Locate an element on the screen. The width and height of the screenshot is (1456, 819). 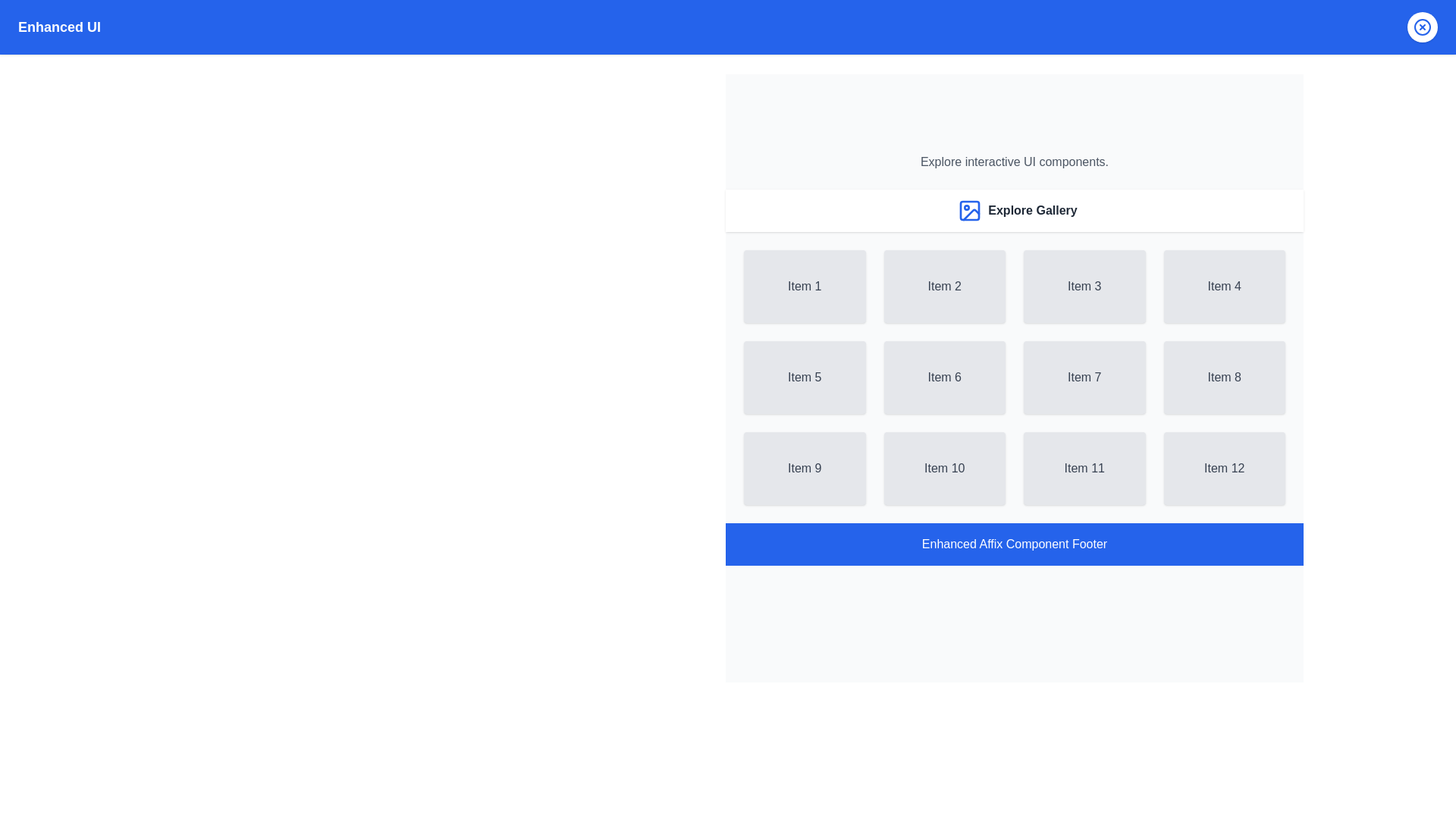
the static informational box displaying 'Item 11', which is located at the bottom-right corner of the third row in a 4x3 grid layout is located at coordinates (1084, 467).